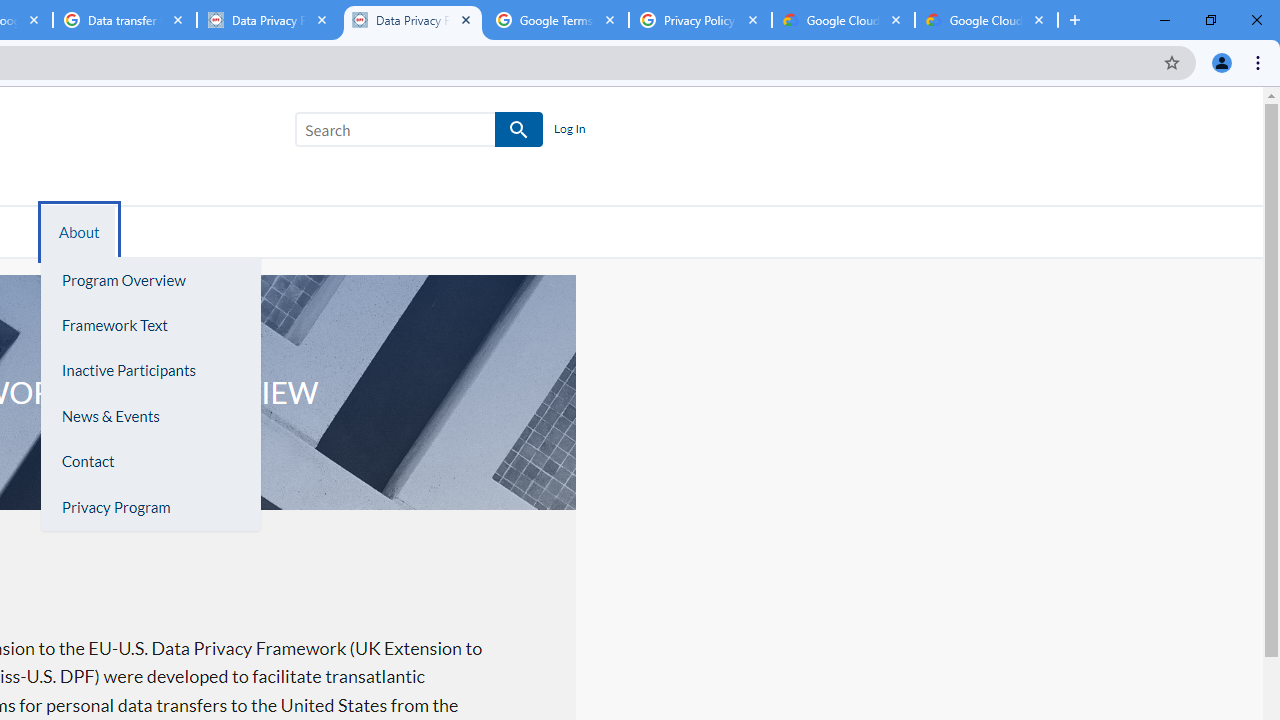  I want to click on 'SEARCH', so click(519, 130).